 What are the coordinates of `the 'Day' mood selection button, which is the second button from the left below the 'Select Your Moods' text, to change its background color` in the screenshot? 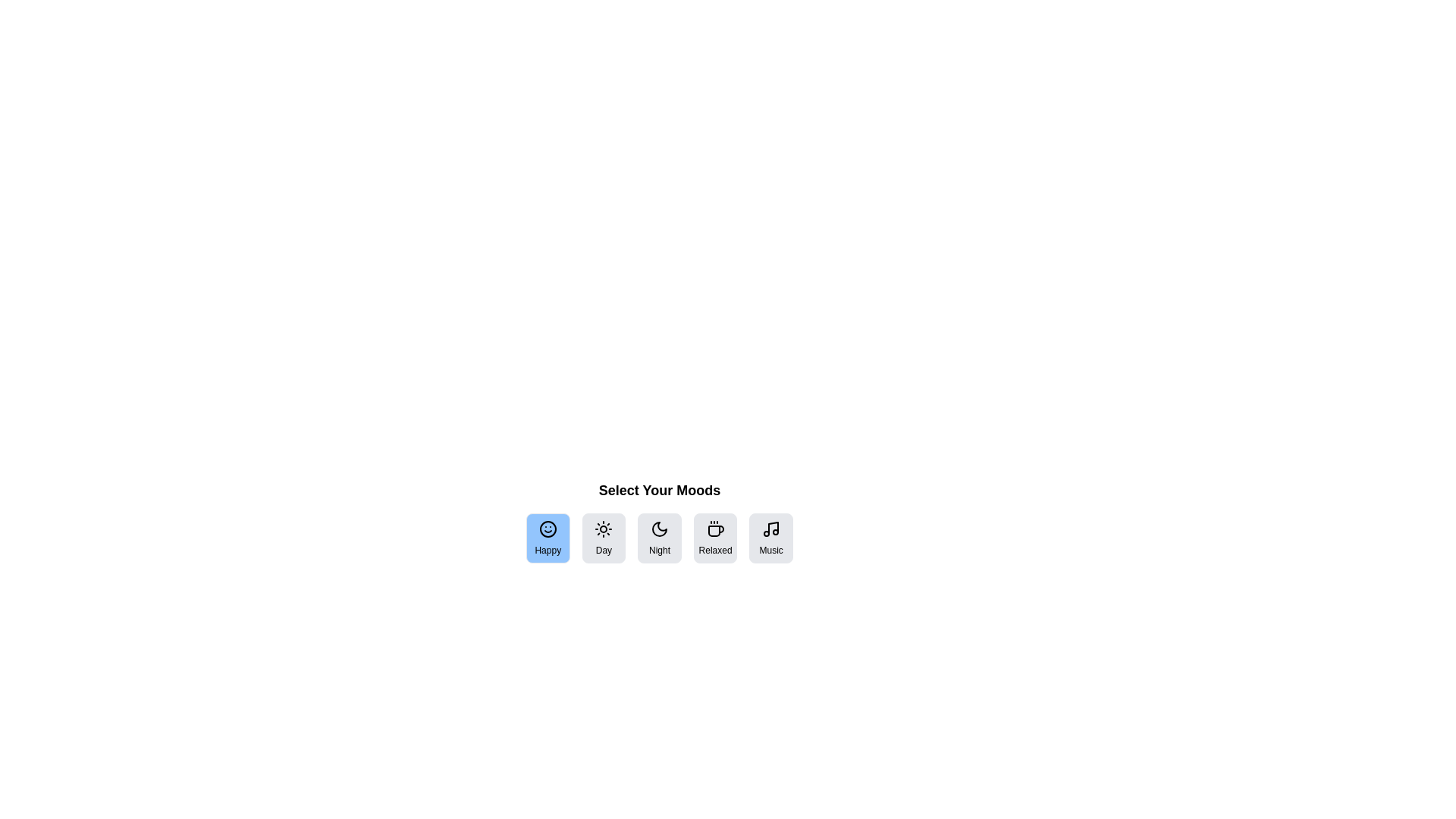 It's located at (603, 537).